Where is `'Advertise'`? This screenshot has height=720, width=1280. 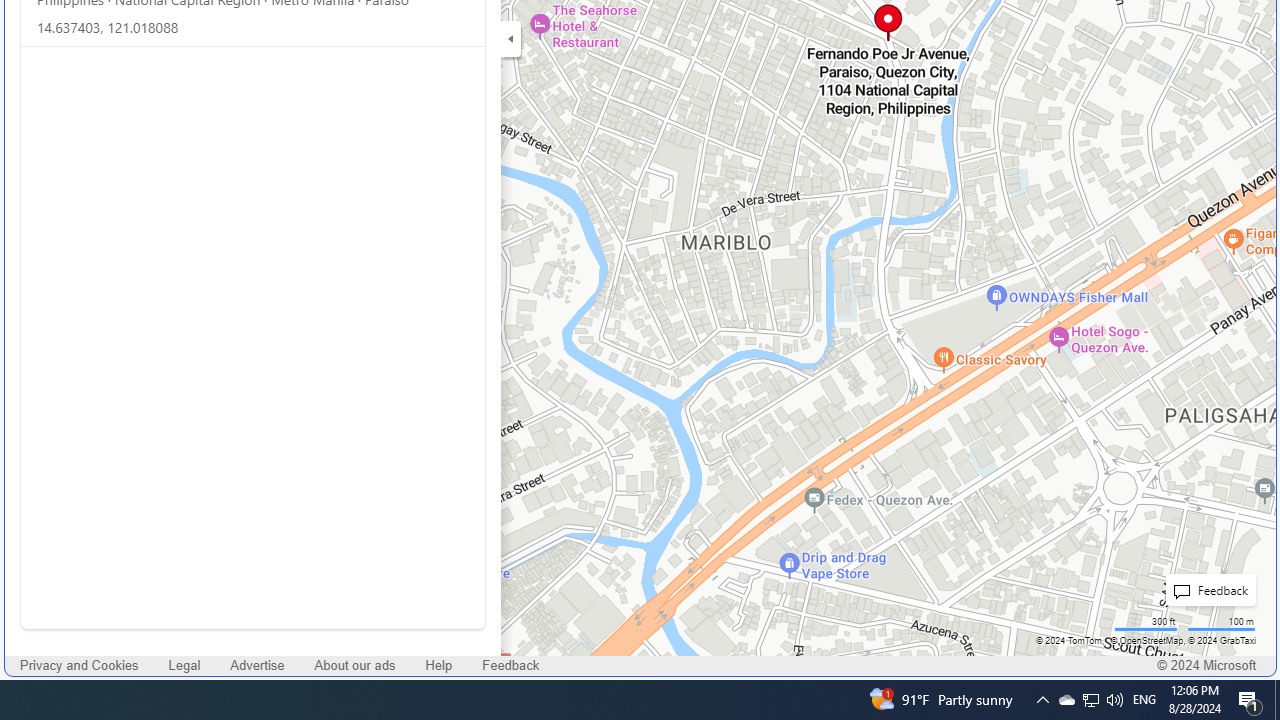 'Advertise' is located at coordinates (256, 665).